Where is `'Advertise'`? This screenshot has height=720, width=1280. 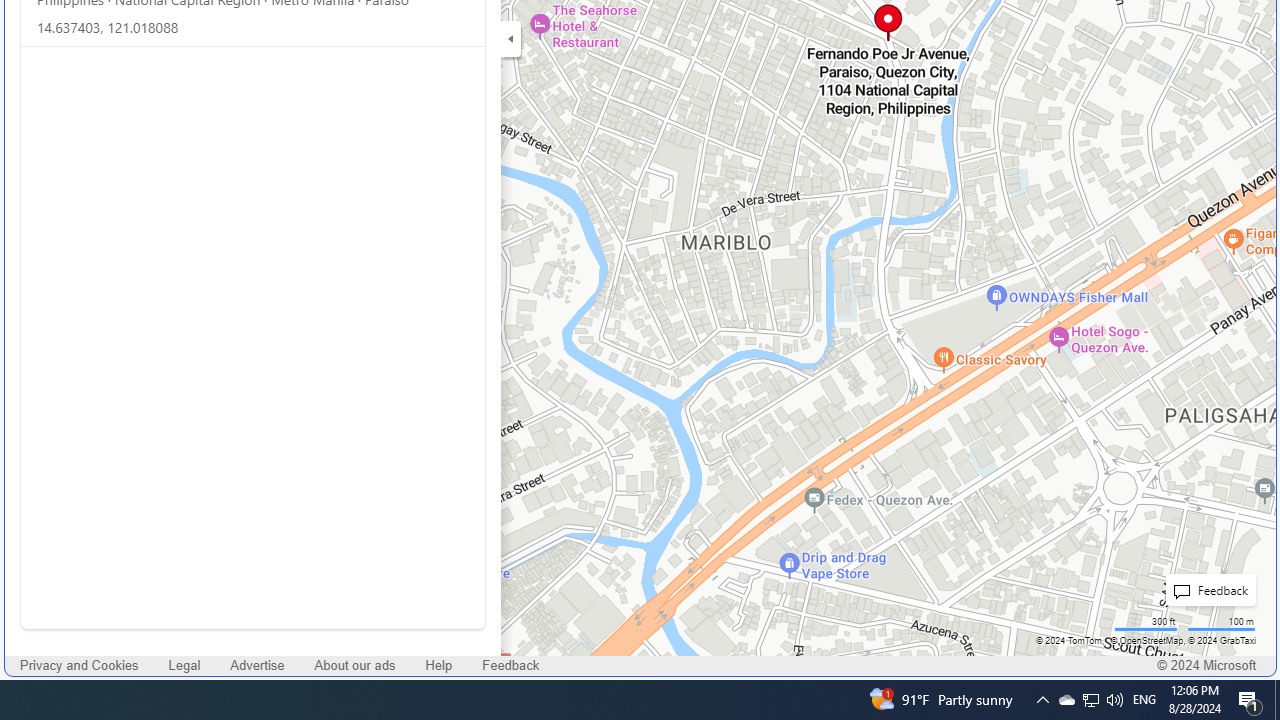 'Advertise' is located at coordinates (256, 665).